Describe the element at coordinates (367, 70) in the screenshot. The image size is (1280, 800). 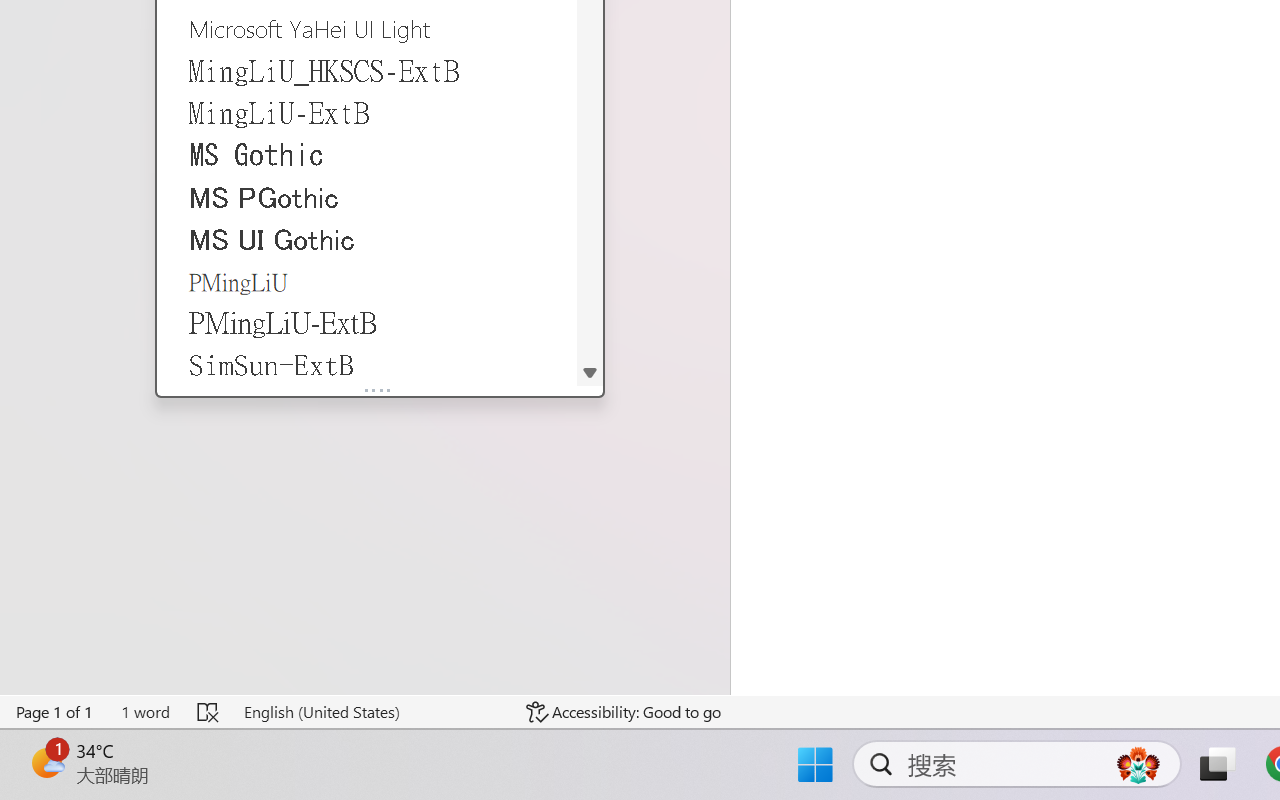
I see `'MingLiU_HKSCS-ExtB'` at that location.